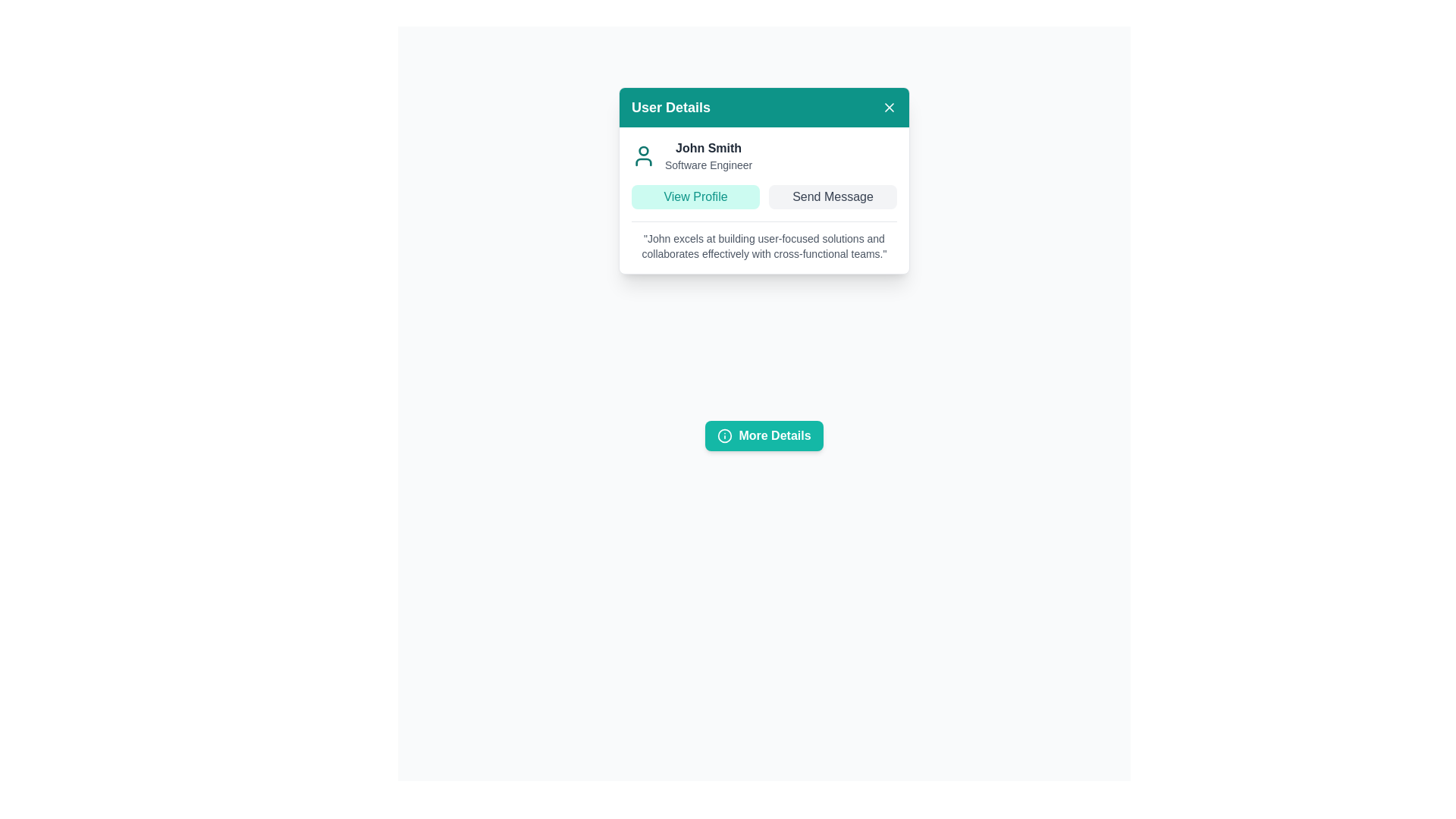  I want to click on the circular decorative graphical element within the 'More Details' button, which is filled with teal and has a white border, so click(724, 435).